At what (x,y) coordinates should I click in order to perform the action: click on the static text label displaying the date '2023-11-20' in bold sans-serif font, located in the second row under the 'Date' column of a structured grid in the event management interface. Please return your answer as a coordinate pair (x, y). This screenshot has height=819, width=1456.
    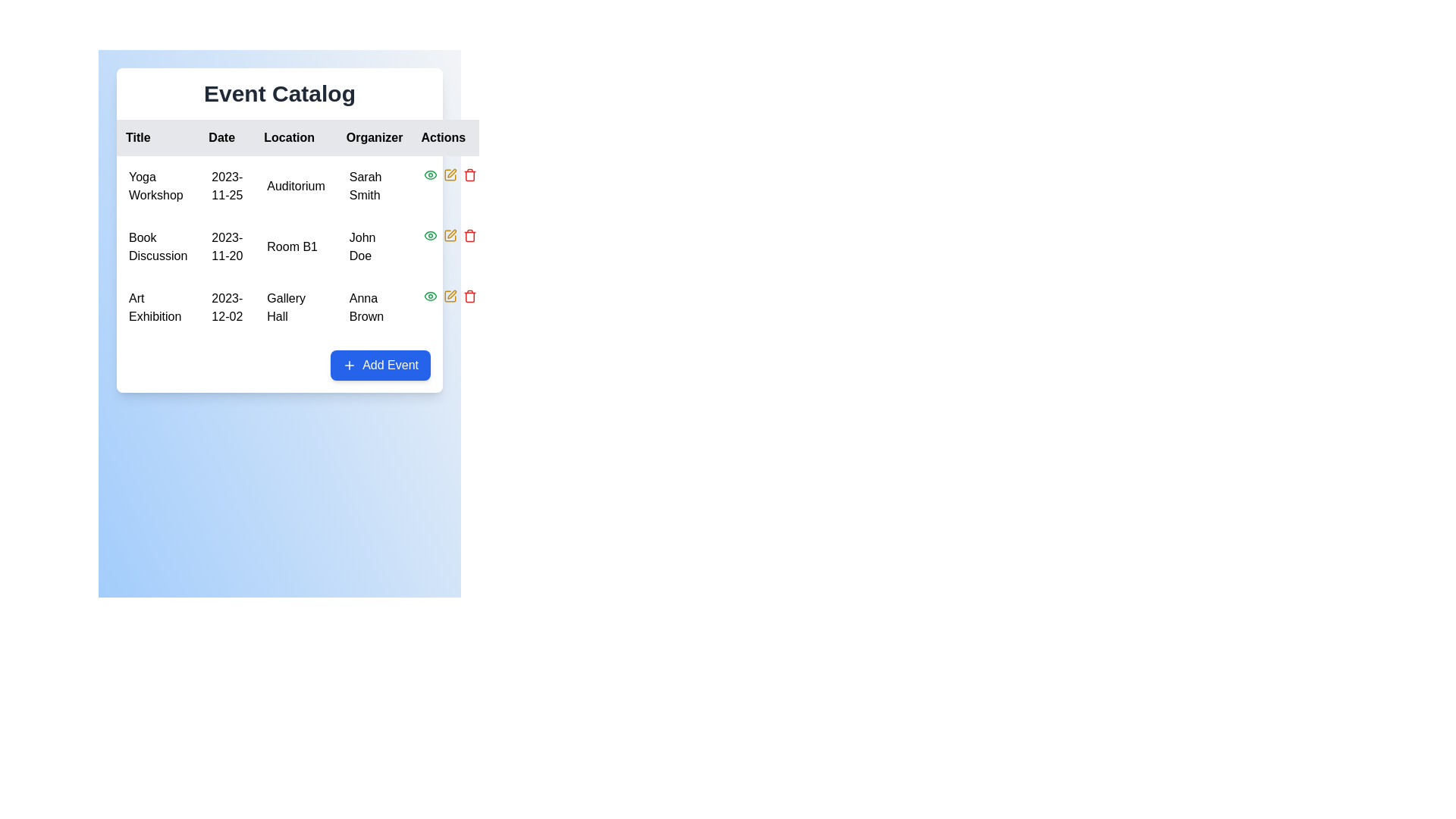
    Looking at the image, I should click on (226, 246).